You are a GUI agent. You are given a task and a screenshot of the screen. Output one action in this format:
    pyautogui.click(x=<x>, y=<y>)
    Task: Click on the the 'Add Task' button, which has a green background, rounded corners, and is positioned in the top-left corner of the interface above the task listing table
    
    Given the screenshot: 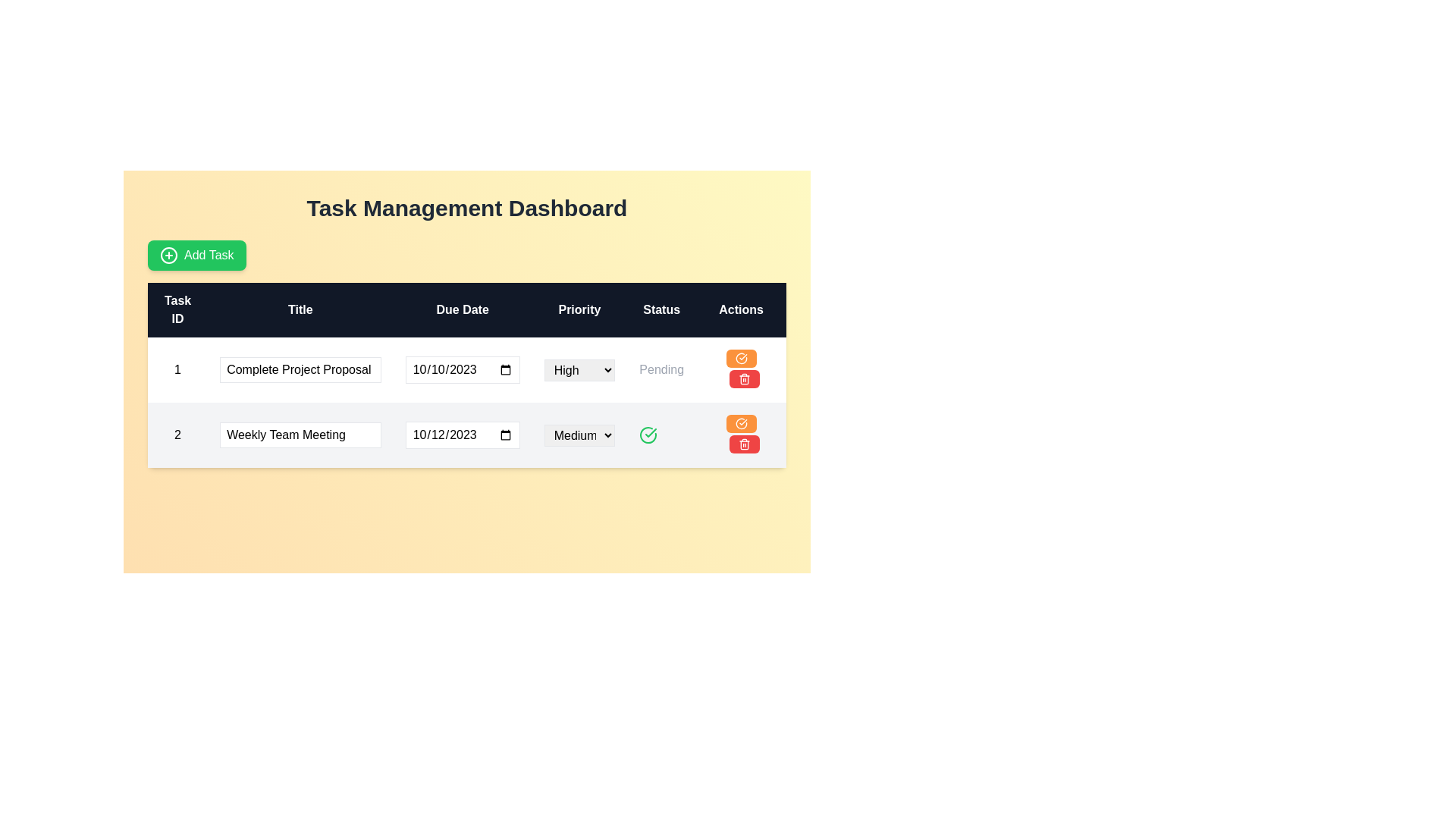 What is the action you would take?
    pyautogui.click(x=196, y=254)
    